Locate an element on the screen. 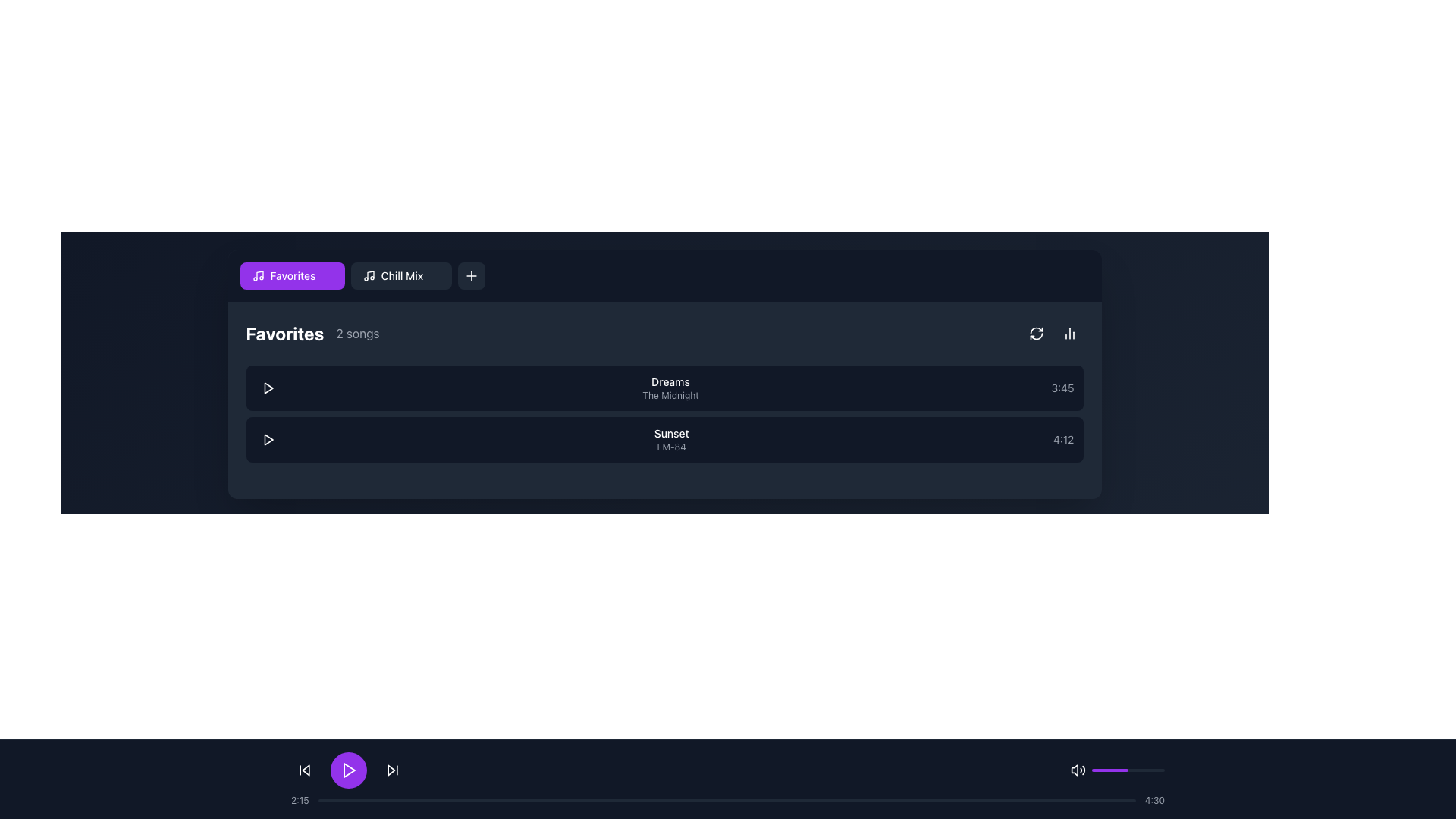 Image resolution: width=1456 pixels, height=819 pixels. the 'Skip Back' button, which is a compact icon with a backward triangle-like arrow located in the bottom control bar is located at coordinates (304, 770).